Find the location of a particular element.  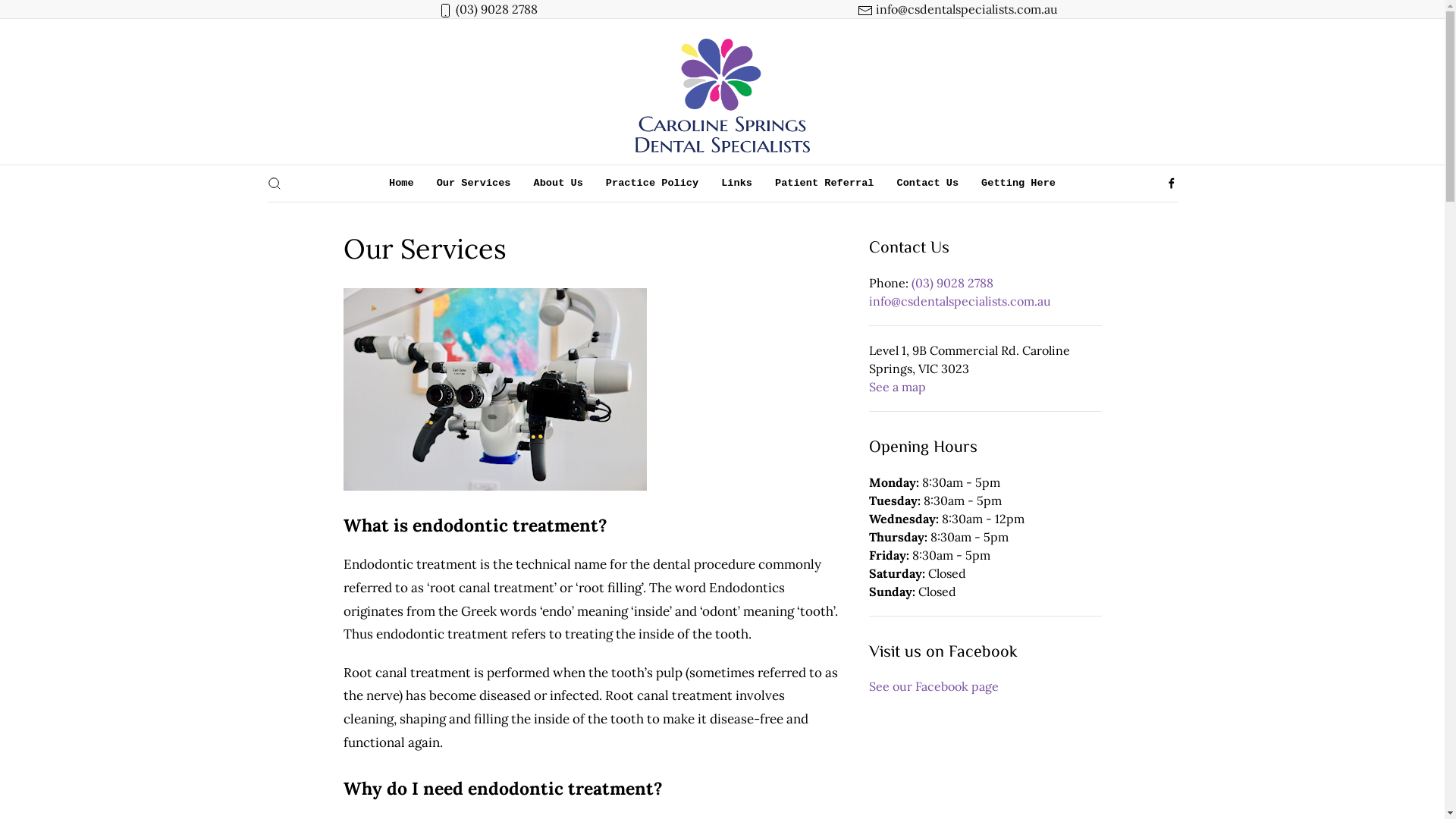

'See our Facebook page' is located at coordinates (933, 686).